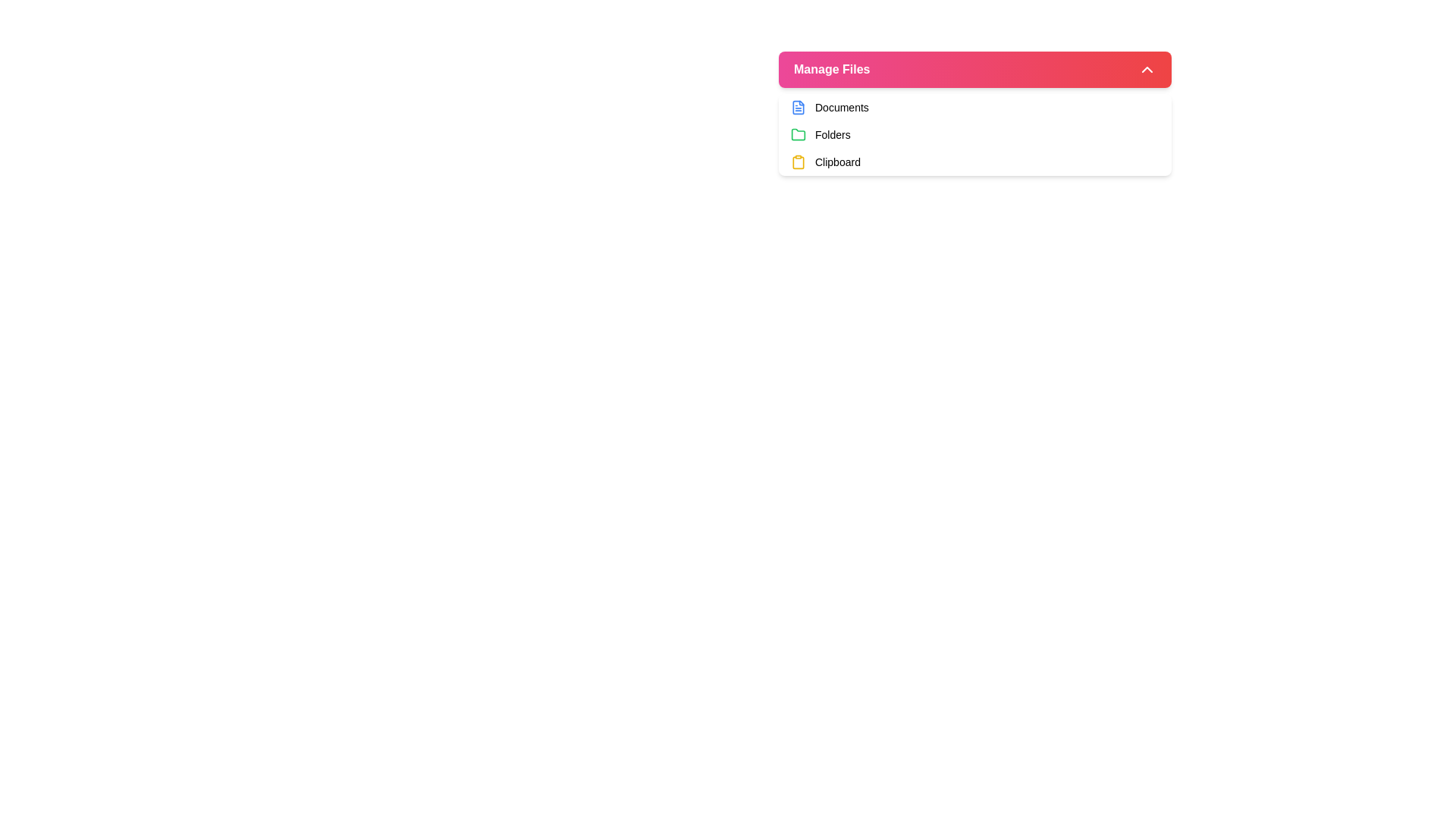 The width and height of the screenshot is (1456, 819). I want to click on the clipboard icon located in the third row of the menu below 'Manage Files', so click(797, 162).